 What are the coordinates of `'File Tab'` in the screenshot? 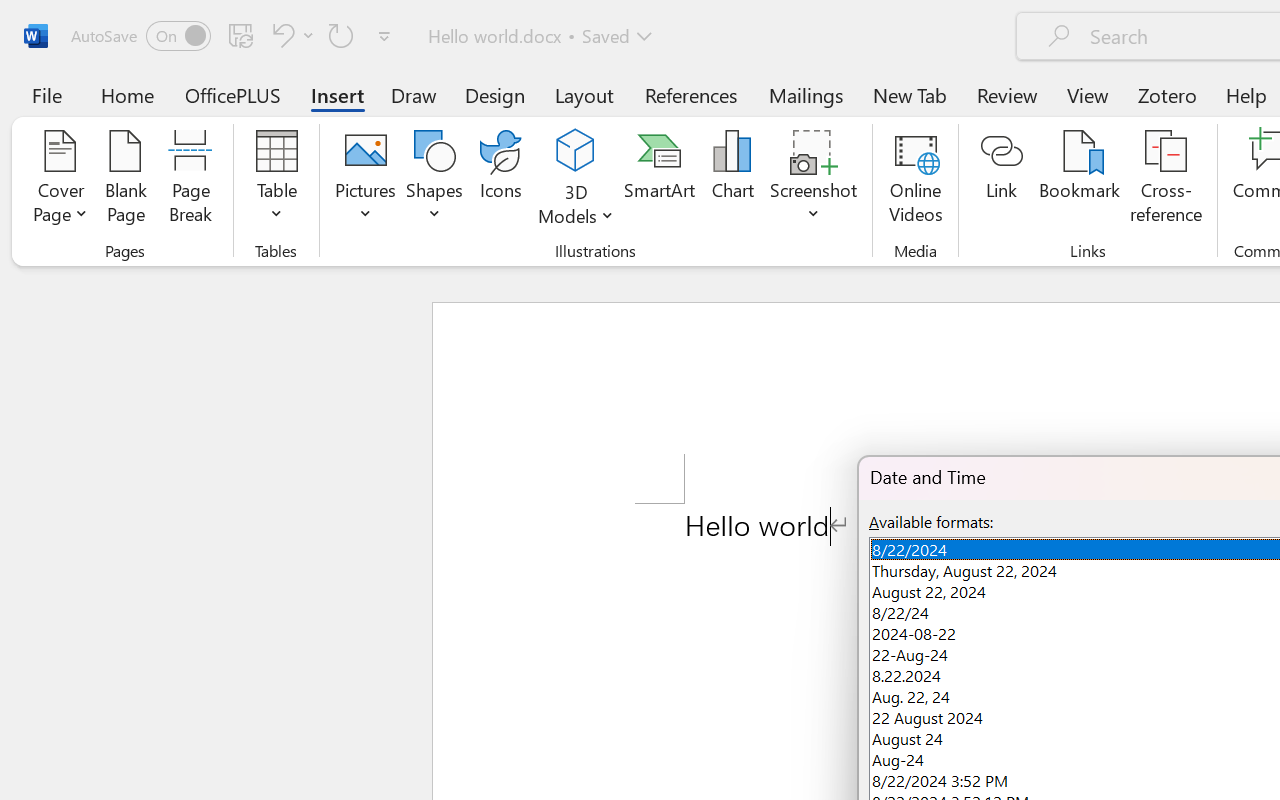 It's located at (46, 94).